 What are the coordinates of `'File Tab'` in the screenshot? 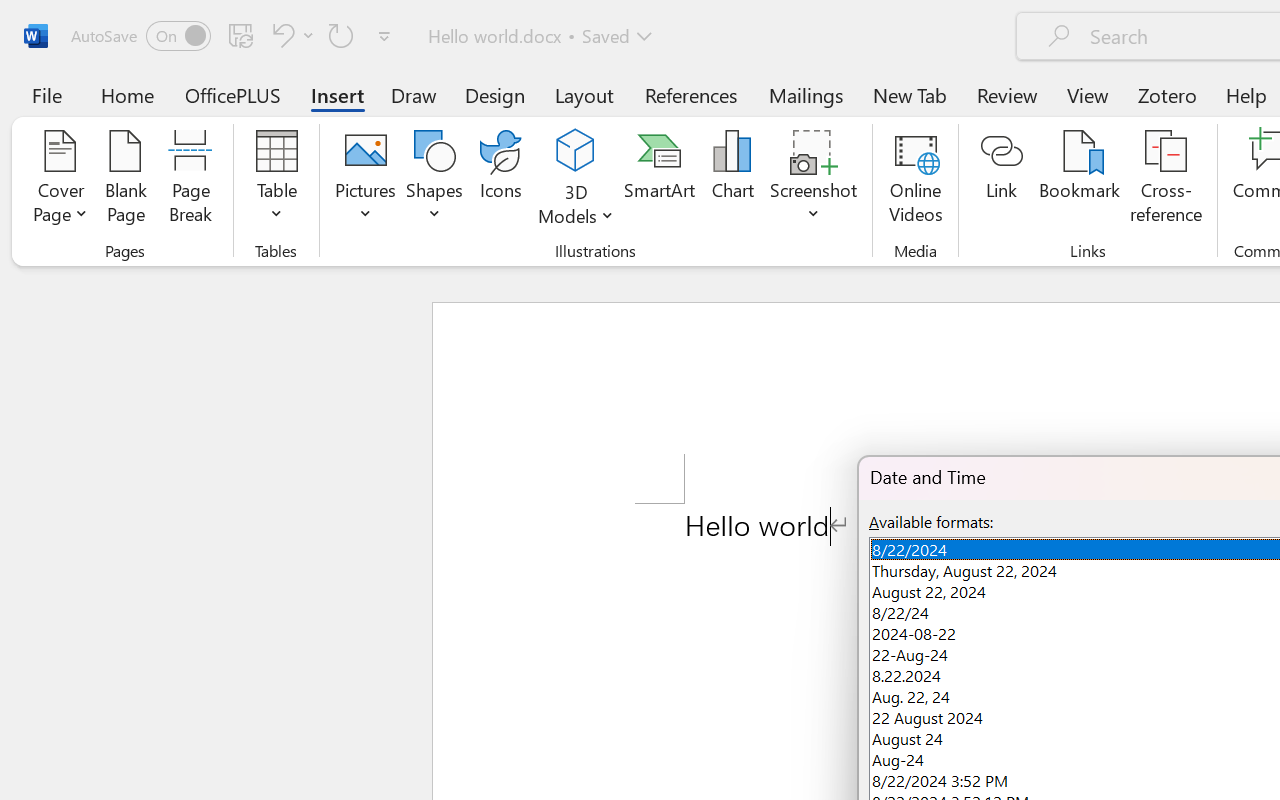 It's located at (46, 94).